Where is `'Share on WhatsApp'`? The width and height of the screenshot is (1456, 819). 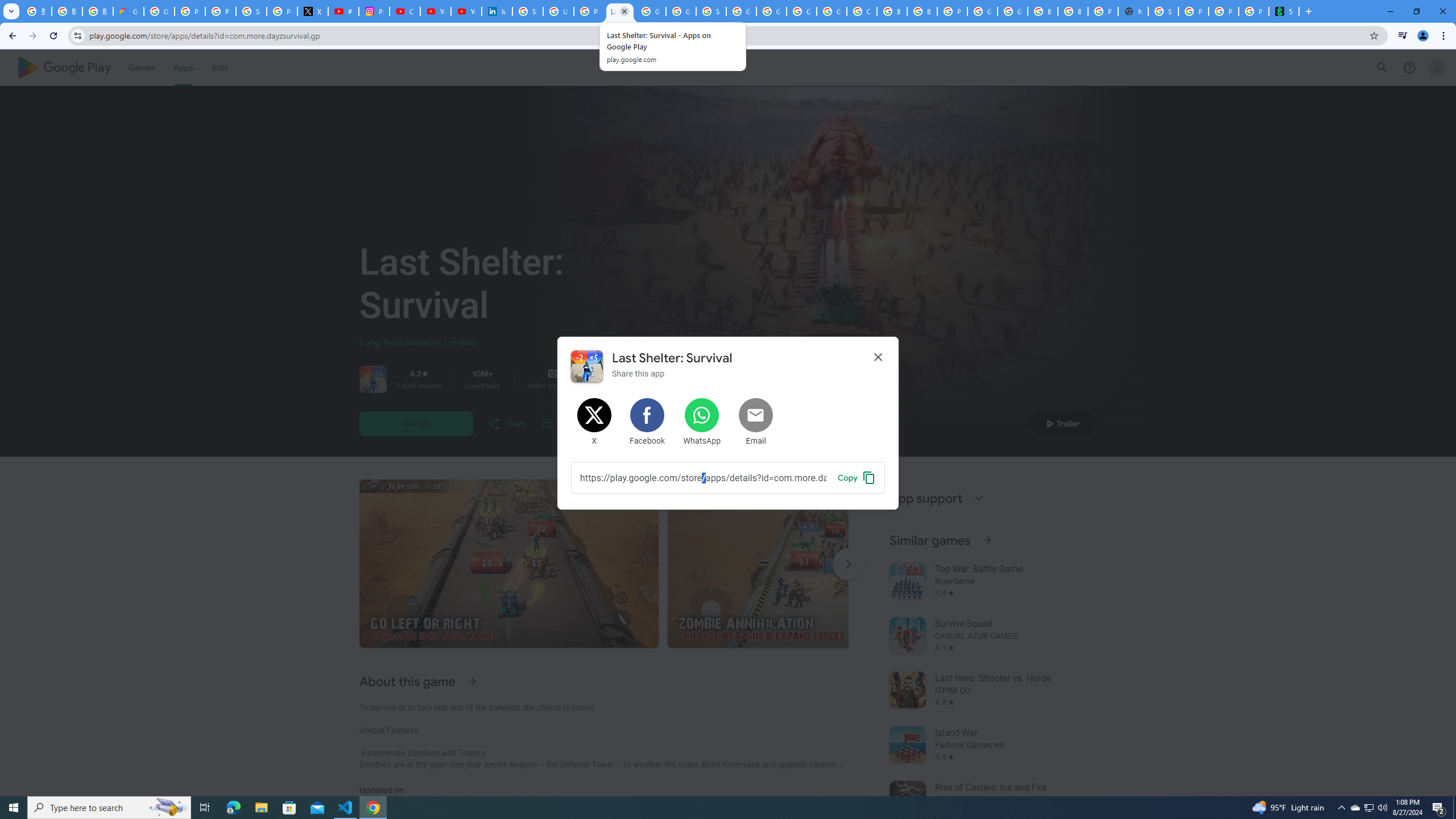
'Share on WhatsApp' is located at coordinates (701, 422).